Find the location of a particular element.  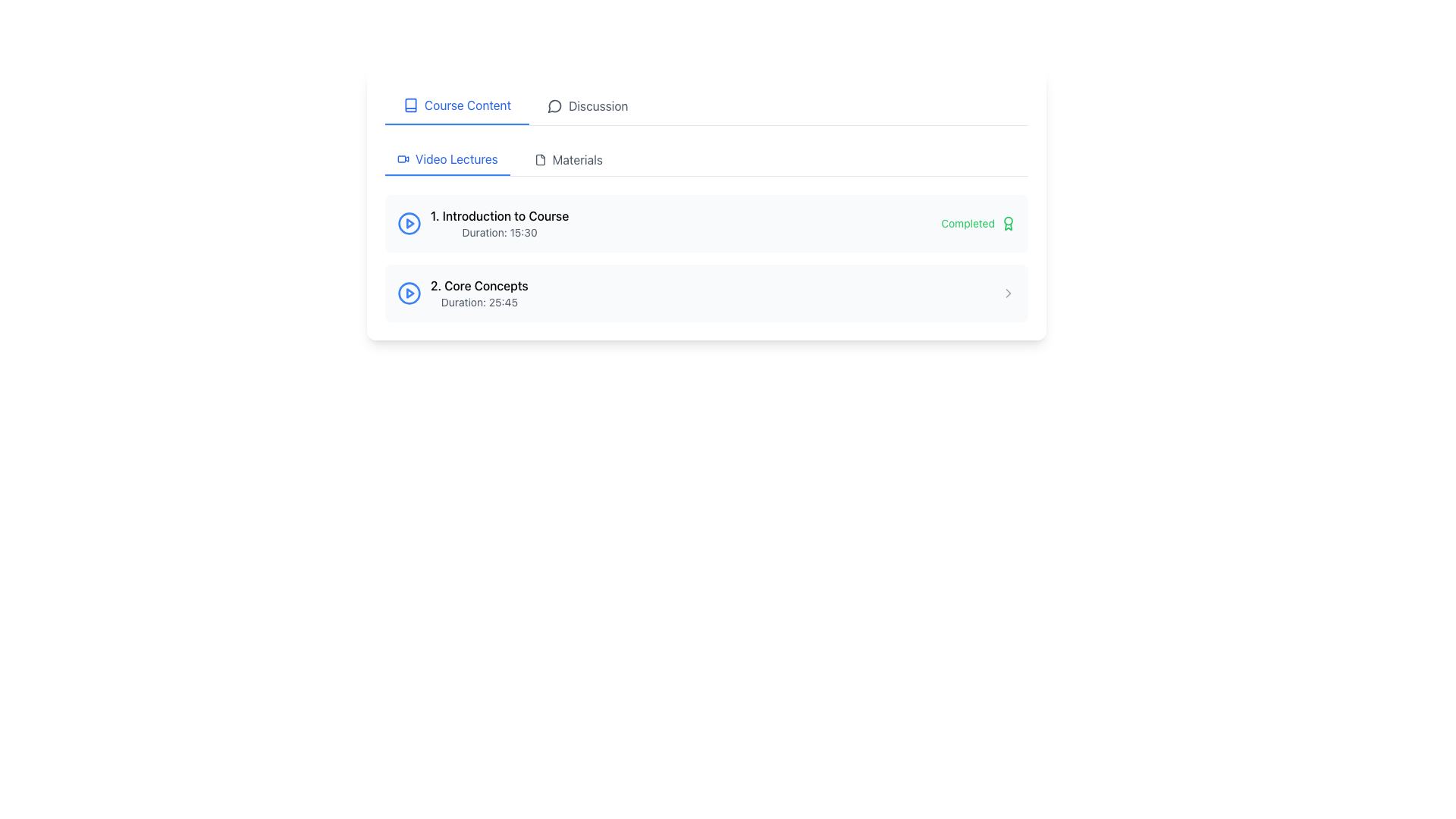

the second list item representing a video lecture is located at coordinates (705, 293).